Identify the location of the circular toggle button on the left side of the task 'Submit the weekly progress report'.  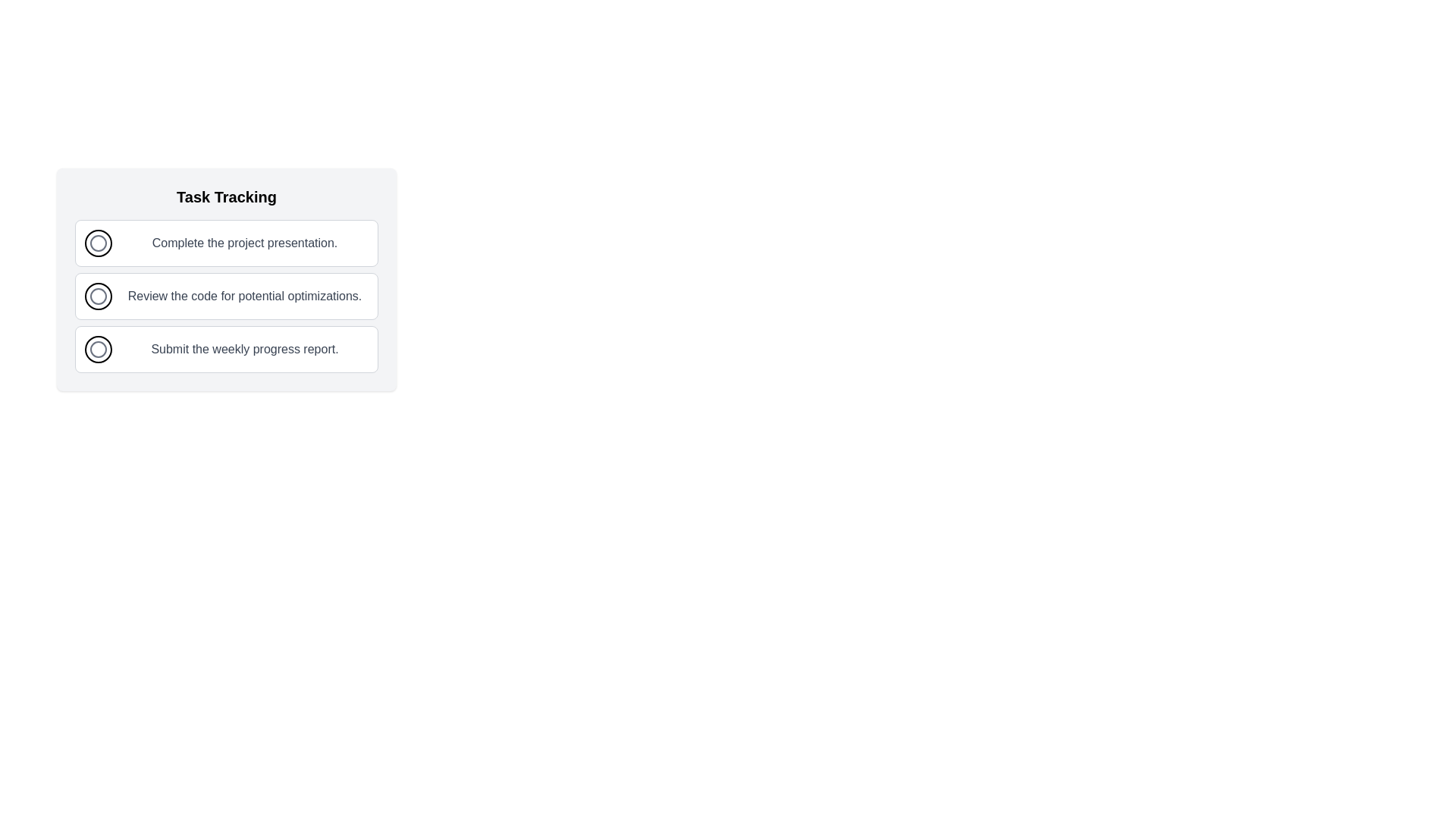
(97, 350).